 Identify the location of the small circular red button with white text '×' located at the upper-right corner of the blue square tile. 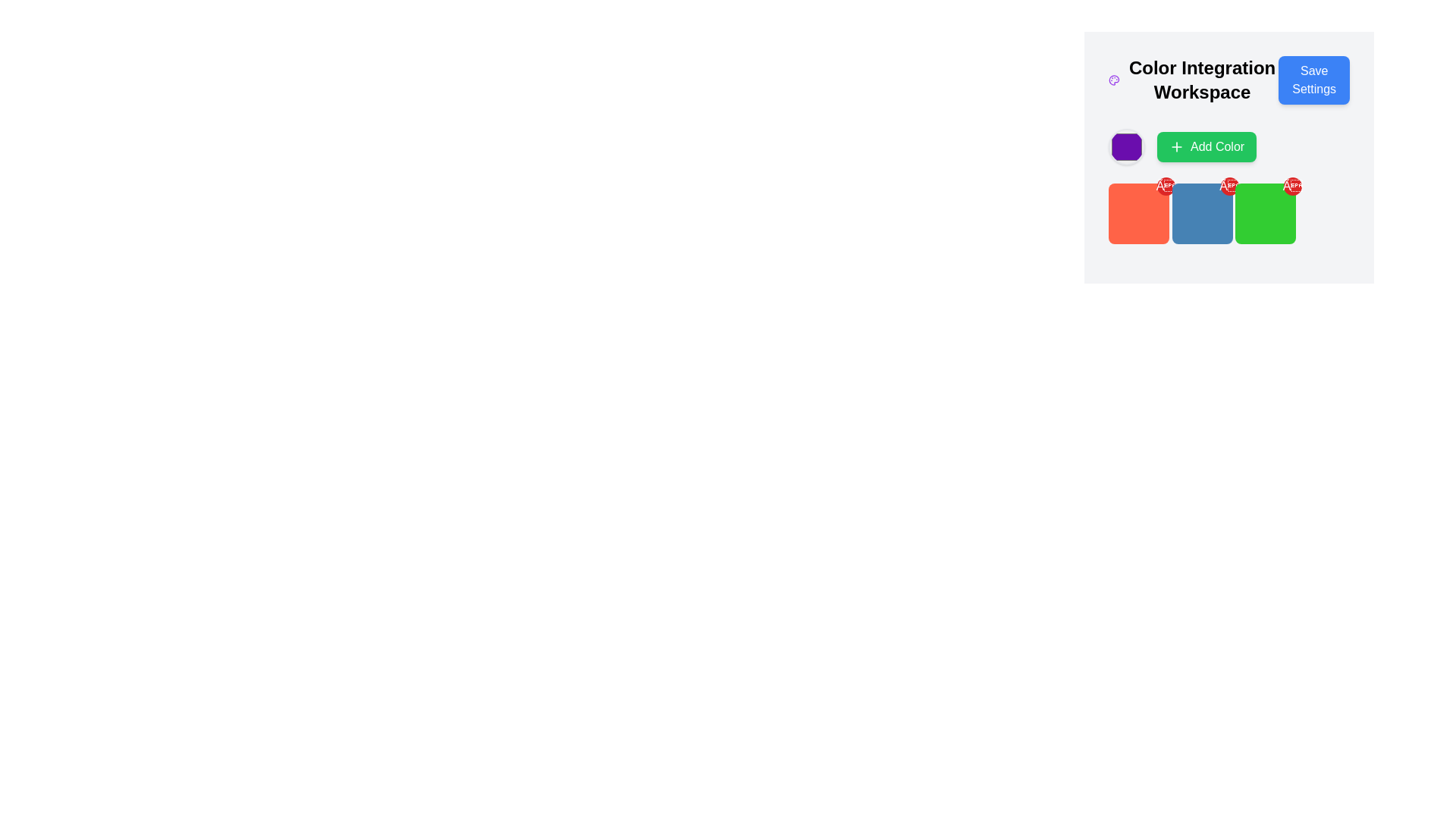
(1229, 186).